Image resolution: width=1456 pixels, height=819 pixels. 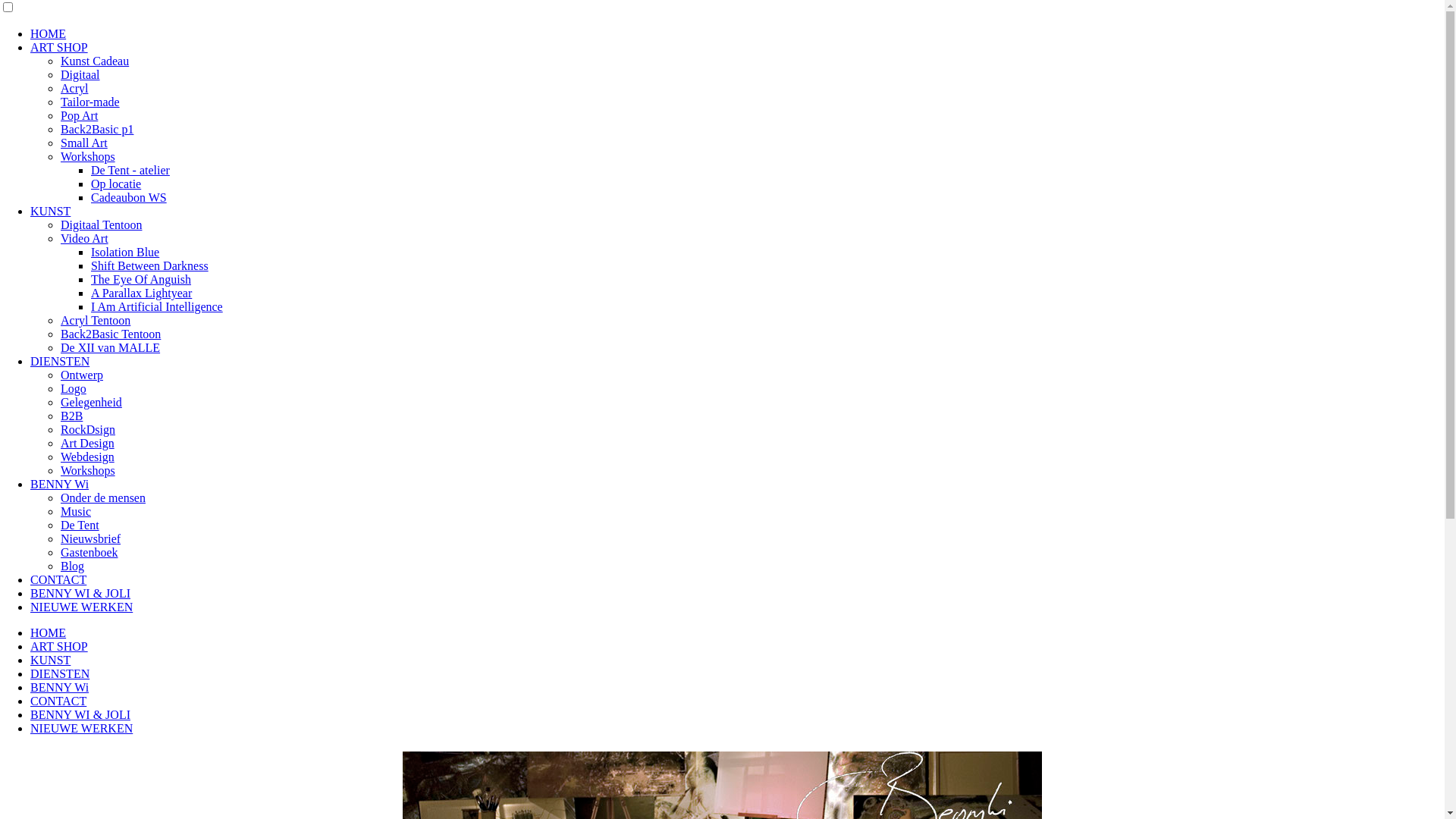 What do you see at coordinates (61, 333) in the screenshot?
I see `'Back2Basic Tentoon'` at bounding box center [61, 333].